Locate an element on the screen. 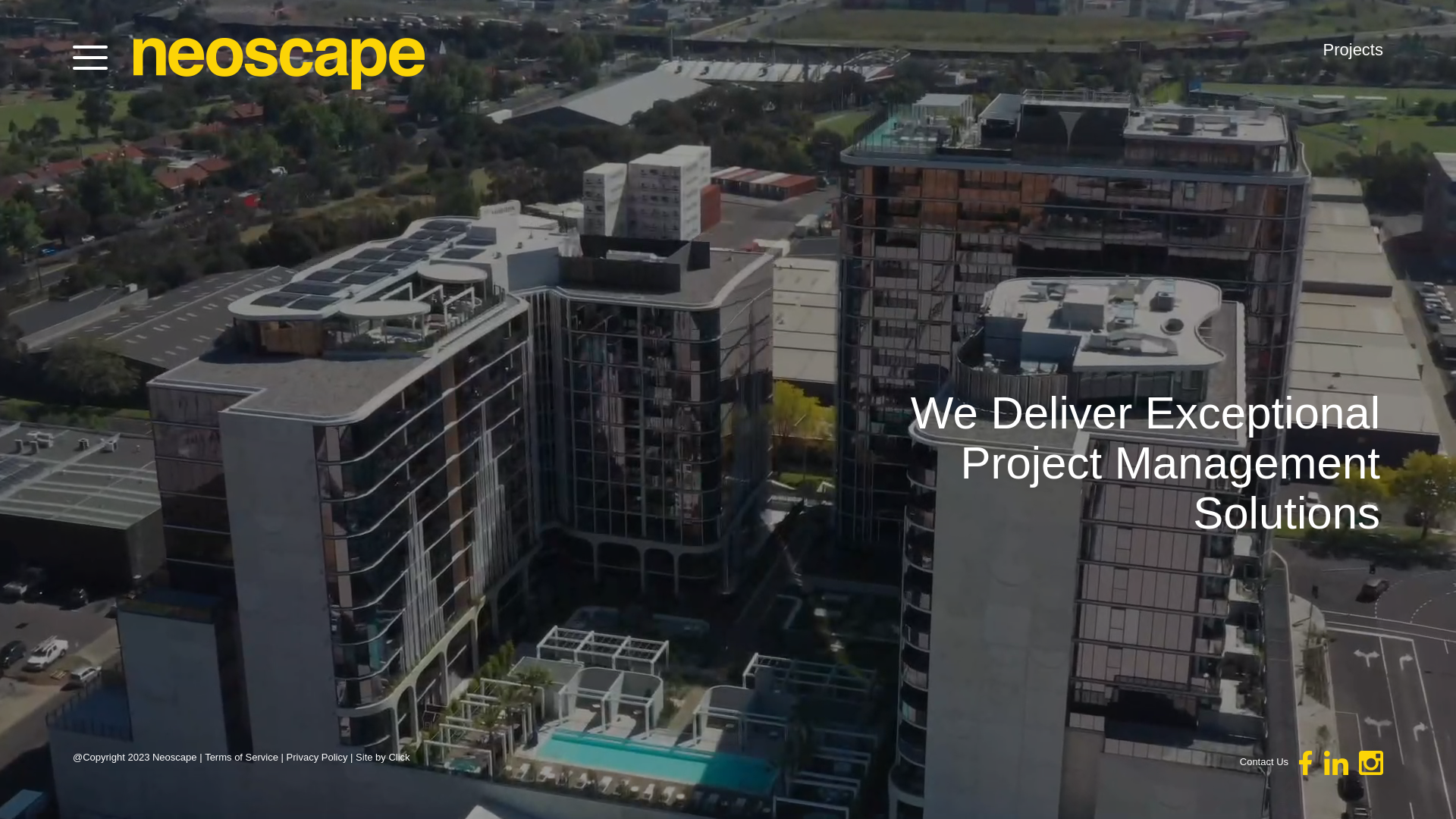 Image resolution: width=1456 pixels, height=819 pixels. 'Privacy Policy' is located at coordinates (316, 757).